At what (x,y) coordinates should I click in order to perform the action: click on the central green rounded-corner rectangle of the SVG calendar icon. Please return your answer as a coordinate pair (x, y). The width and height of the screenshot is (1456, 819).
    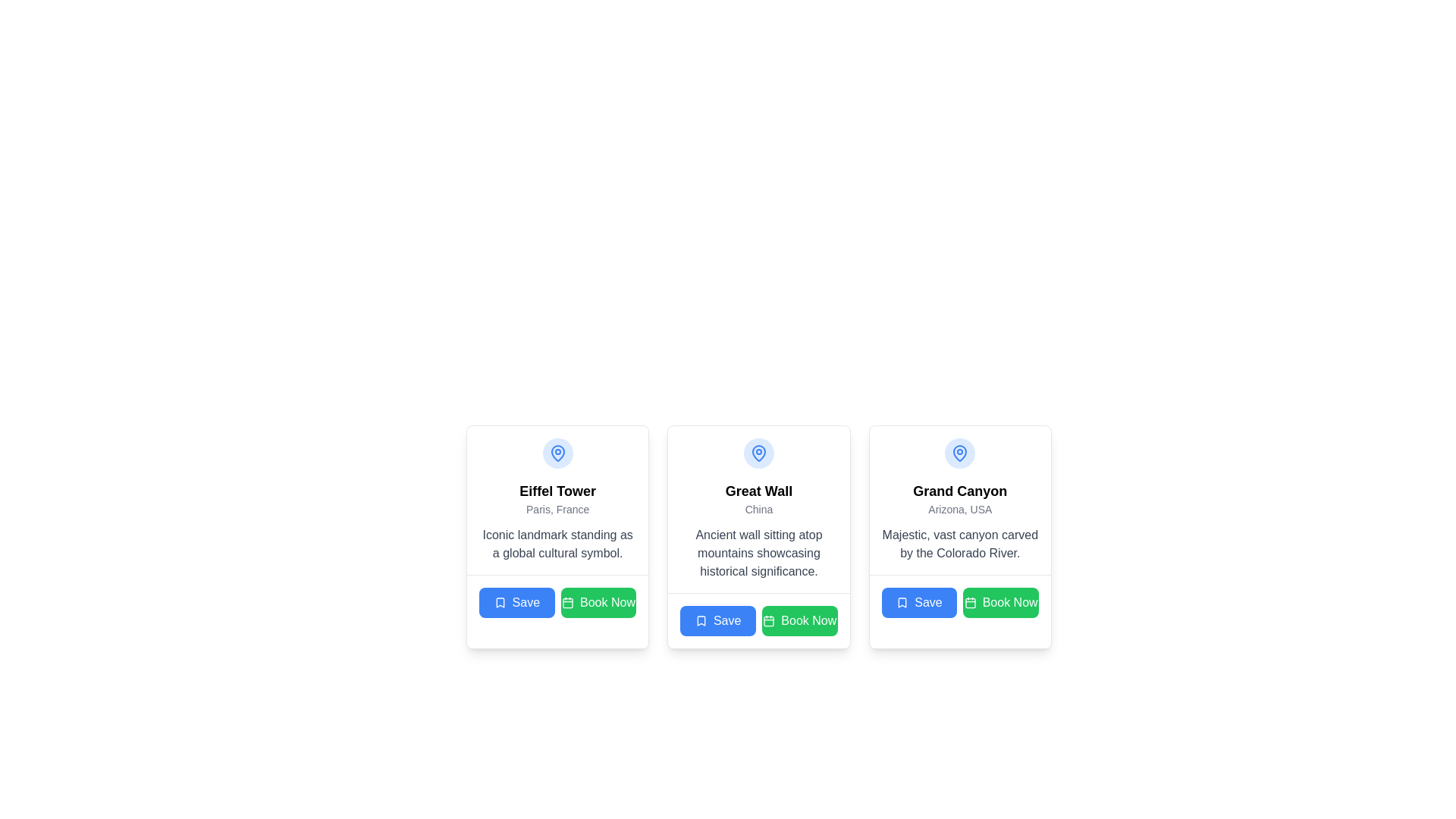
    Looking at the image, I should click on (566, 602).